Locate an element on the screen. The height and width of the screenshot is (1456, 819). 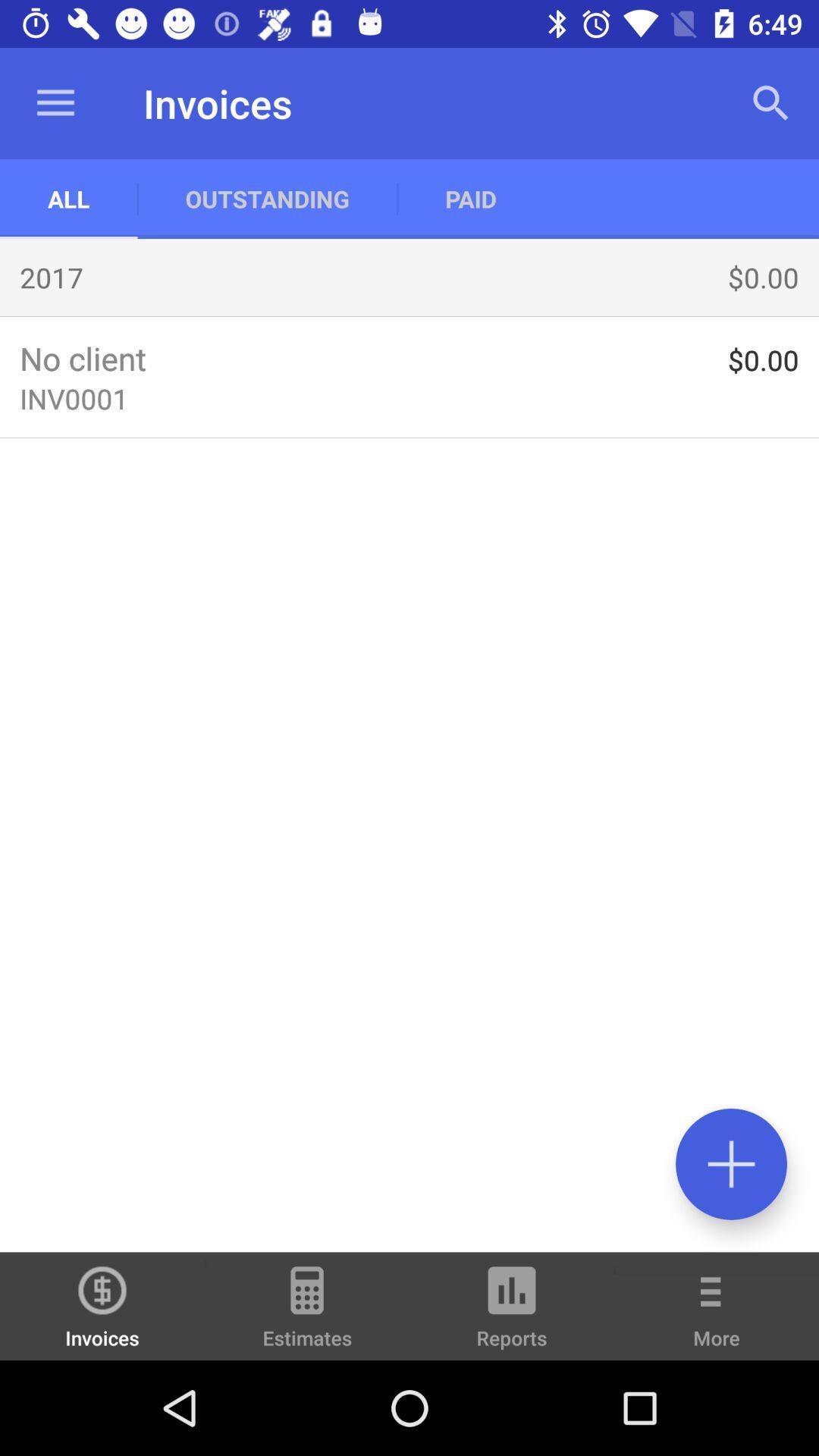
the item to the right of reports is located at coordinates (717, 1316).